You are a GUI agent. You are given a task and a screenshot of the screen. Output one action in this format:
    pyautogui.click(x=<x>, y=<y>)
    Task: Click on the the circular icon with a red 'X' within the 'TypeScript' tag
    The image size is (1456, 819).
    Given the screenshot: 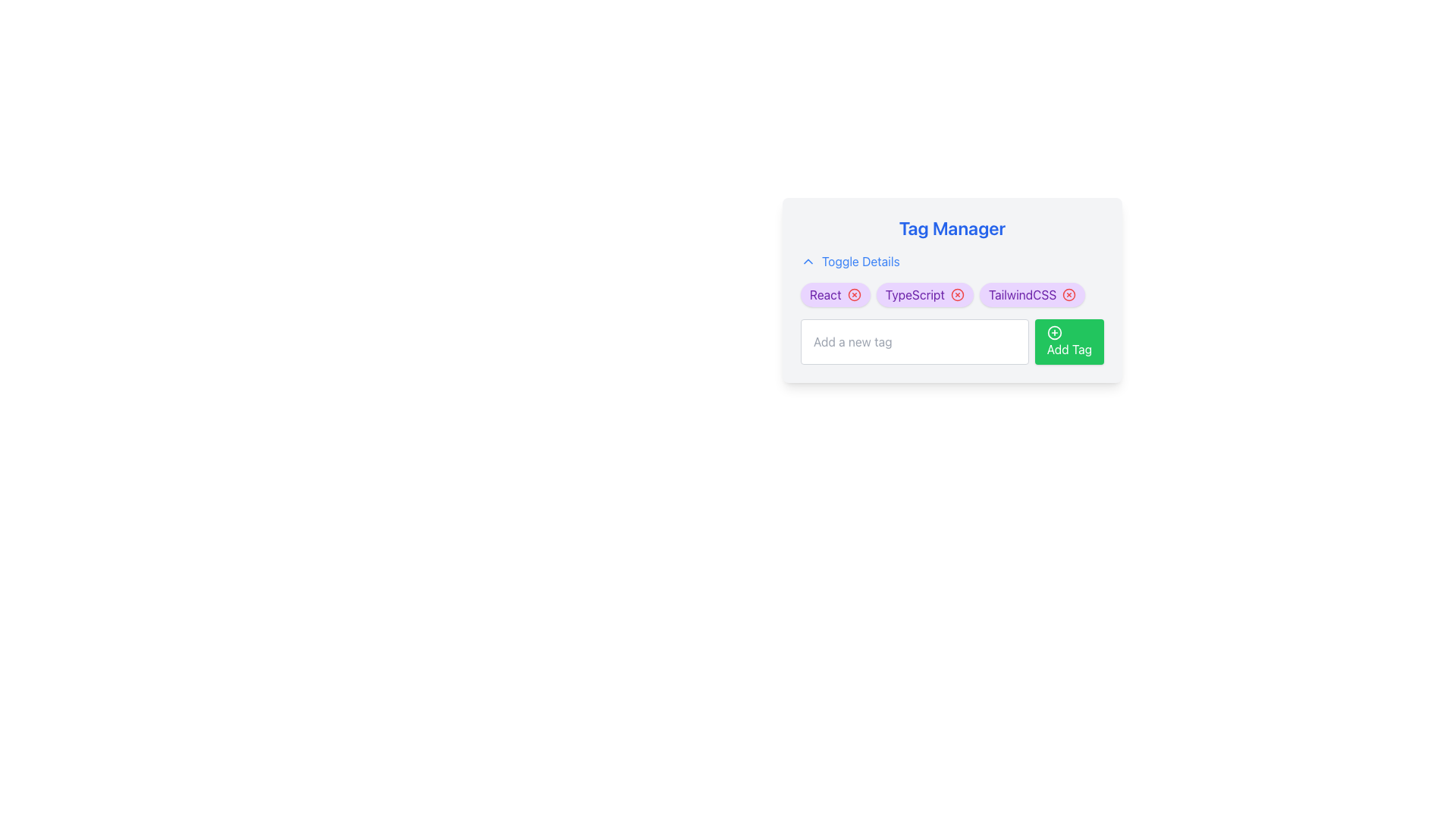 What is the action you would take?
    pyautogui.click(x=956, y=295)
    